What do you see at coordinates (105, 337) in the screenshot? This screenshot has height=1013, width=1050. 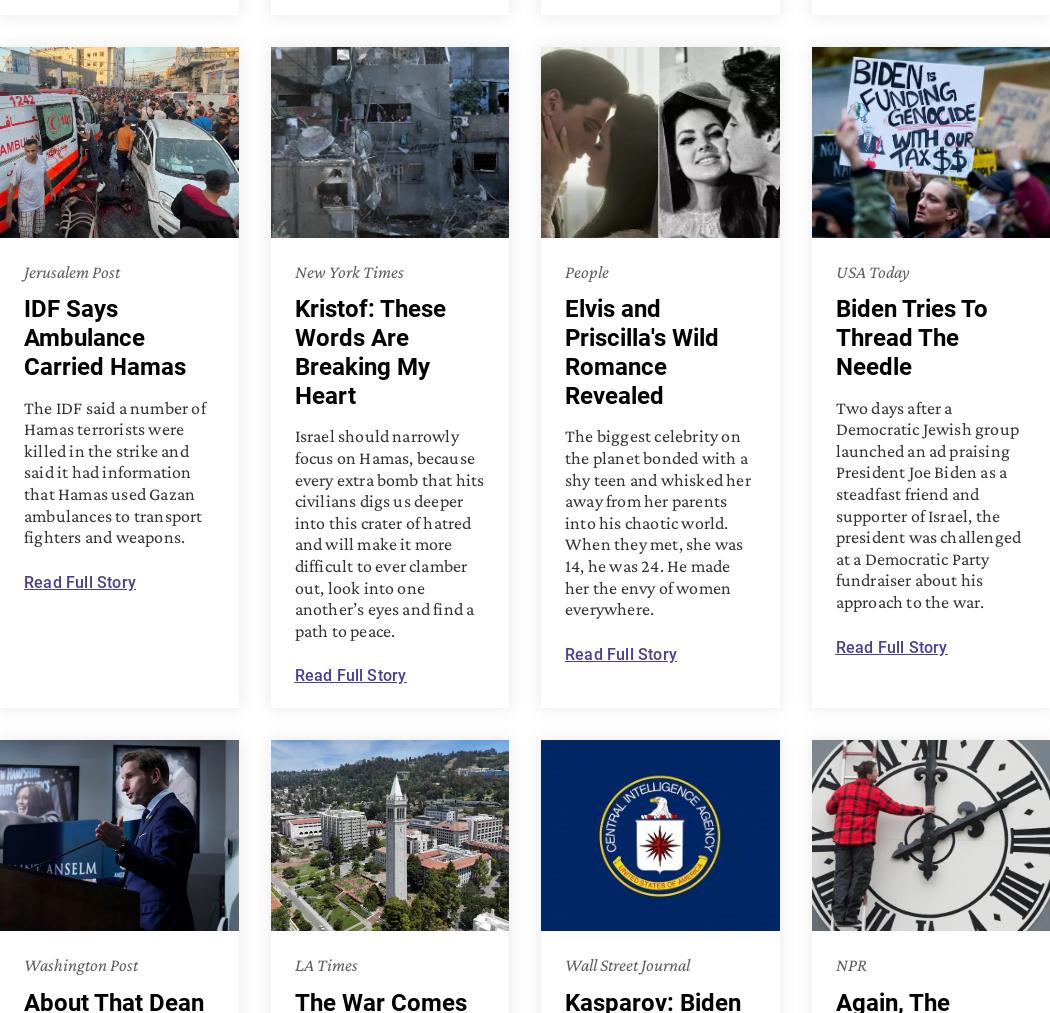 I see `'IDF Says Ambulance Carried Hamas'` at bounding box center [105, 337].